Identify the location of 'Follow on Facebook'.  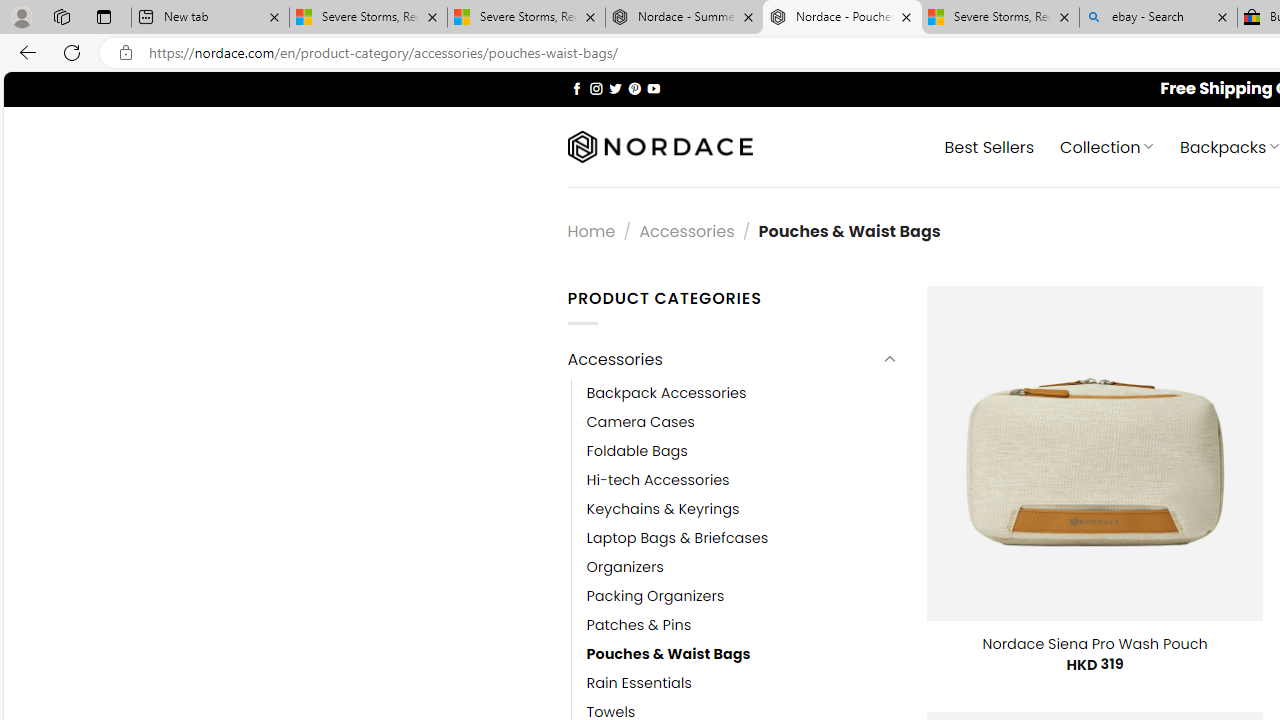
(576, 87).